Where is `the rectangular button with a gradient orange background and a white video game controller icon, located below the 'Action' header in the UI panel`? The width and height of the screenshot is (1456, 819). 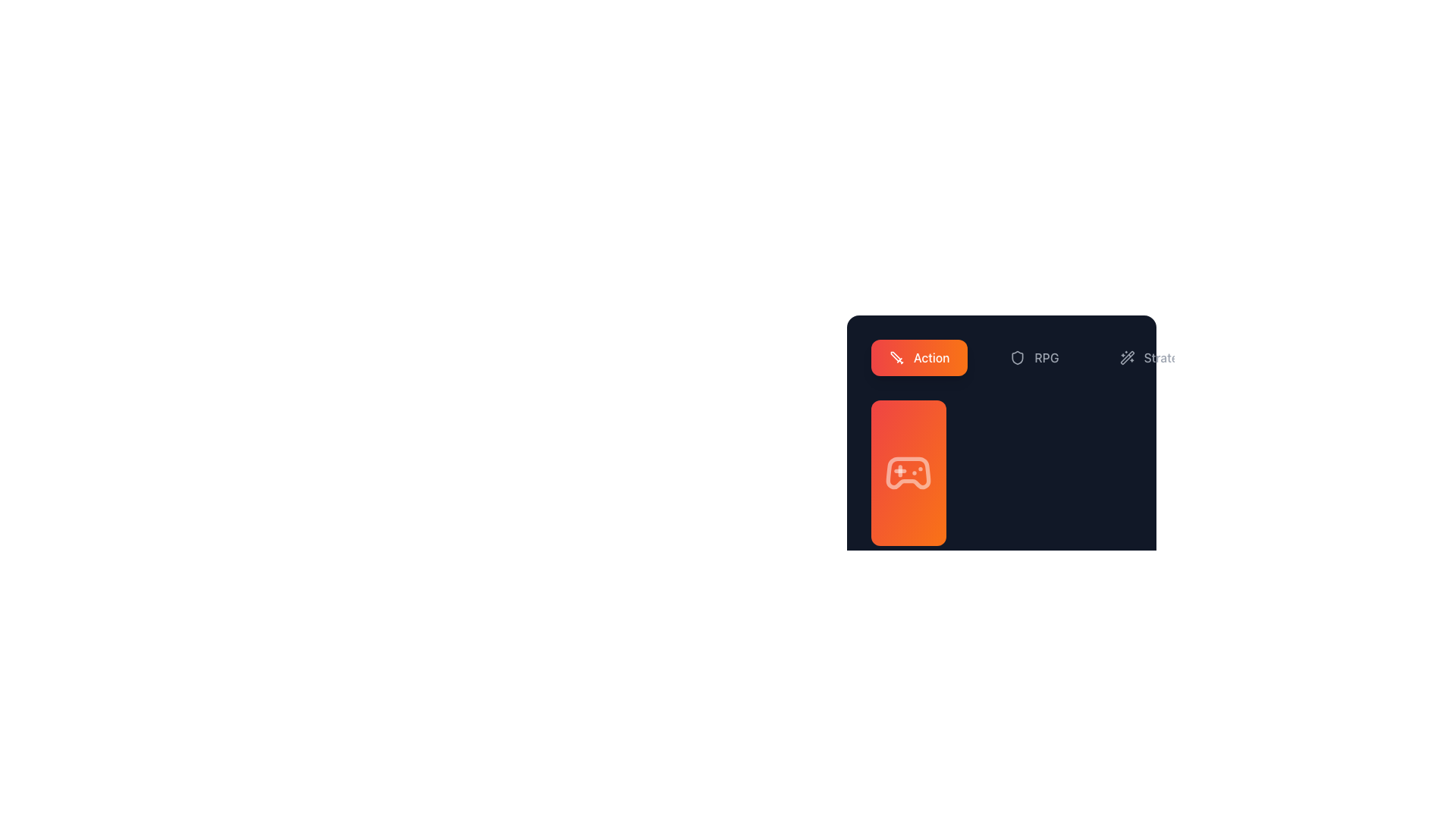 the rectangular button with a gradient orange background and a white video game controller icon, located below the 'Action' header in the UI panel is located at coordinates (908, 540).